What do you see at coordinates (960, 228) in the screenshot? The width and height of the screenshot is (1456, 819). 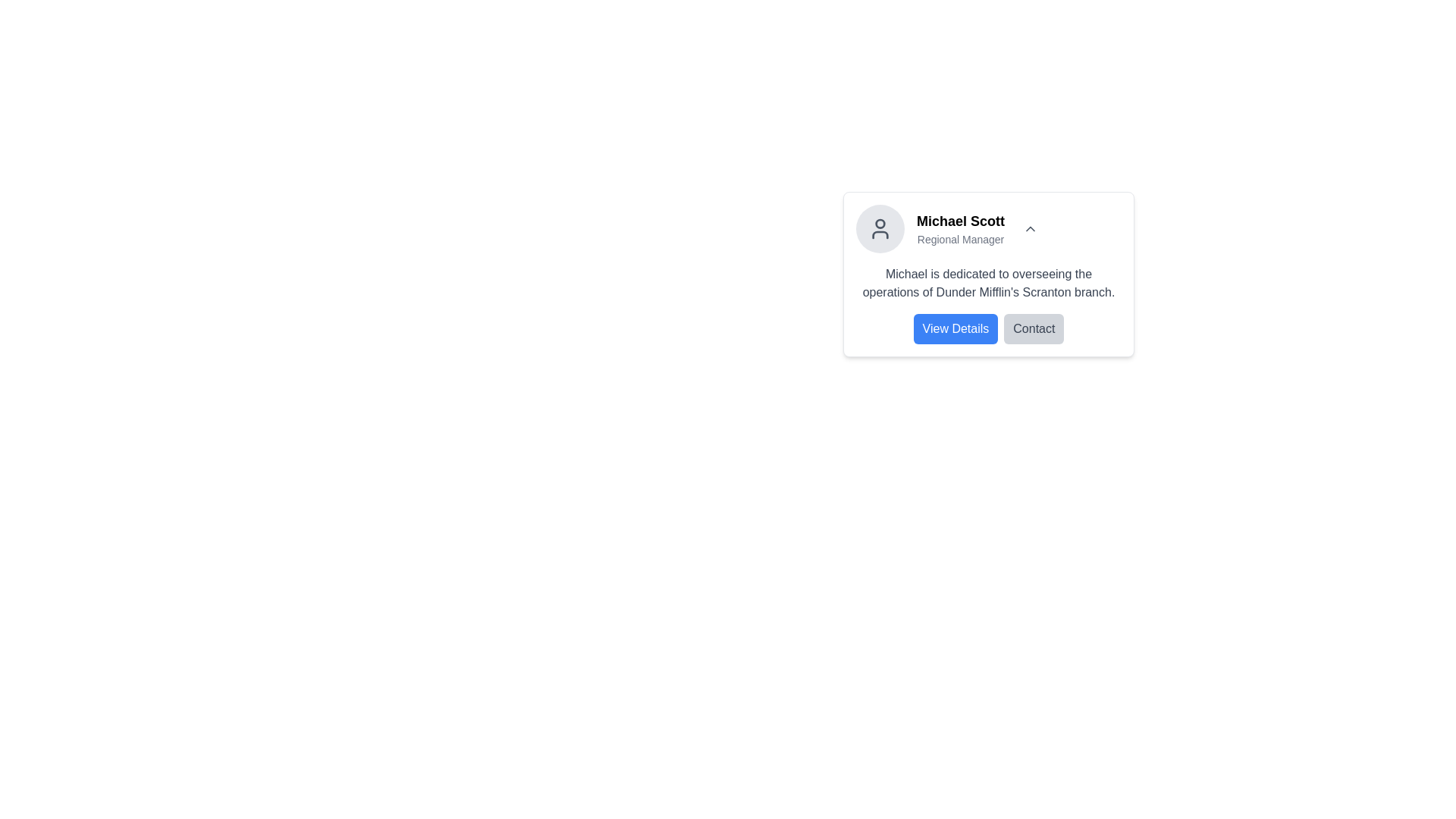 I see `the compound text display element that shows the user's name and position, located at the upper section of the card interface to the right of the user avatar` at bounding box center [960, 228].